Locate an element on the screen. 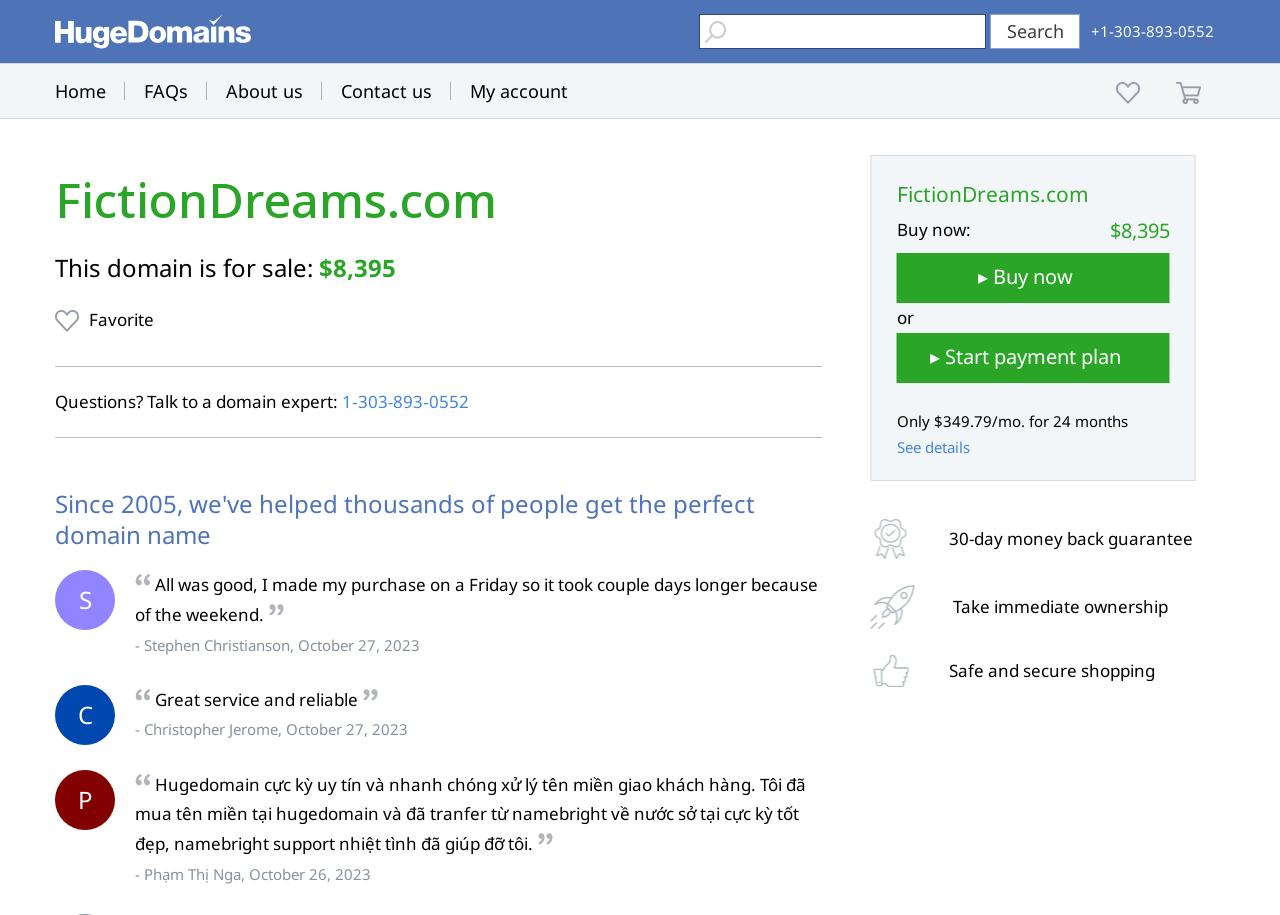  'P' is located at coordinates (83, 797).